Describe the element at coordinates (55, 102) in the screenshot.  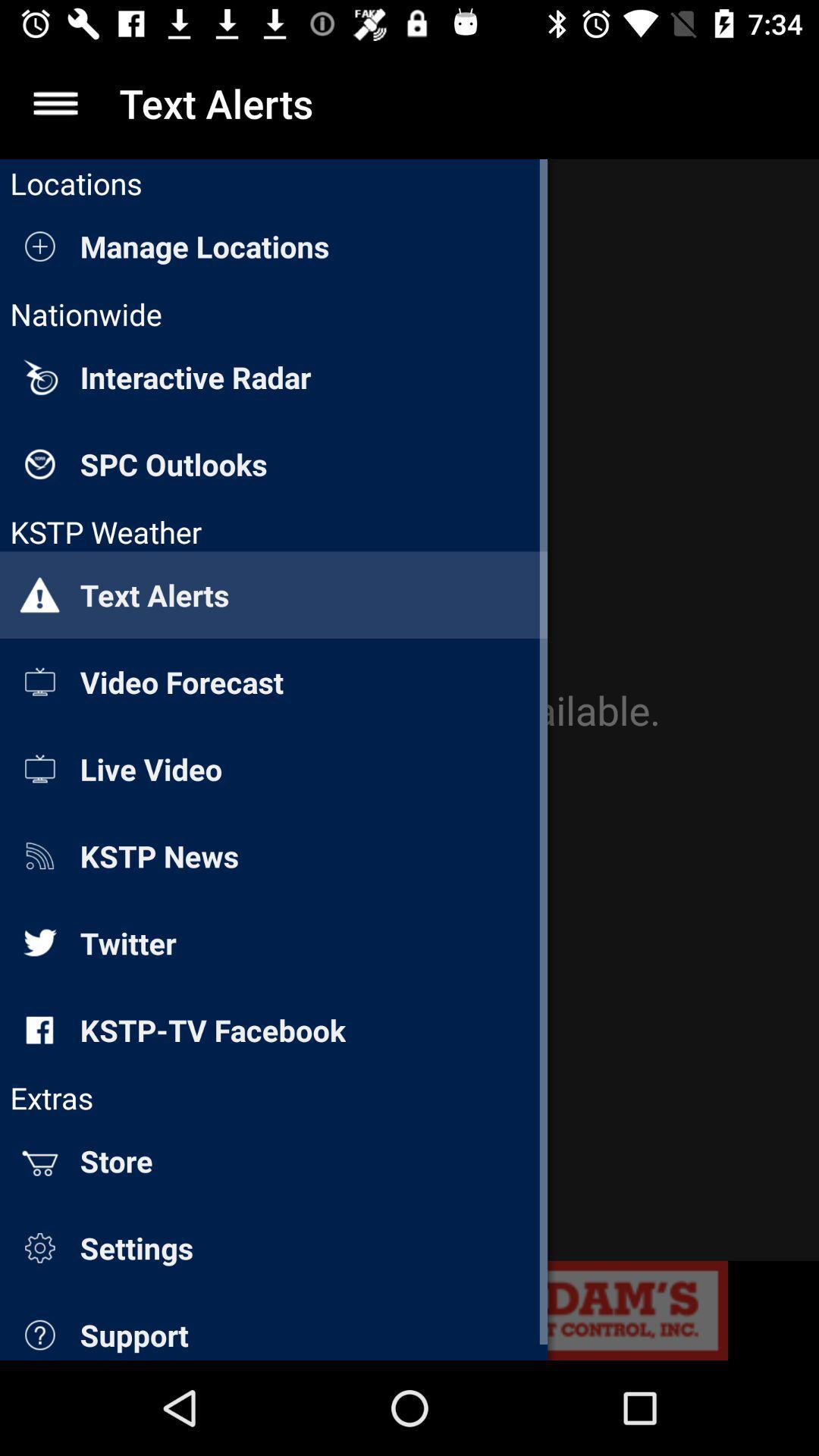
I see `the app next to the text alerts icon` at that location.